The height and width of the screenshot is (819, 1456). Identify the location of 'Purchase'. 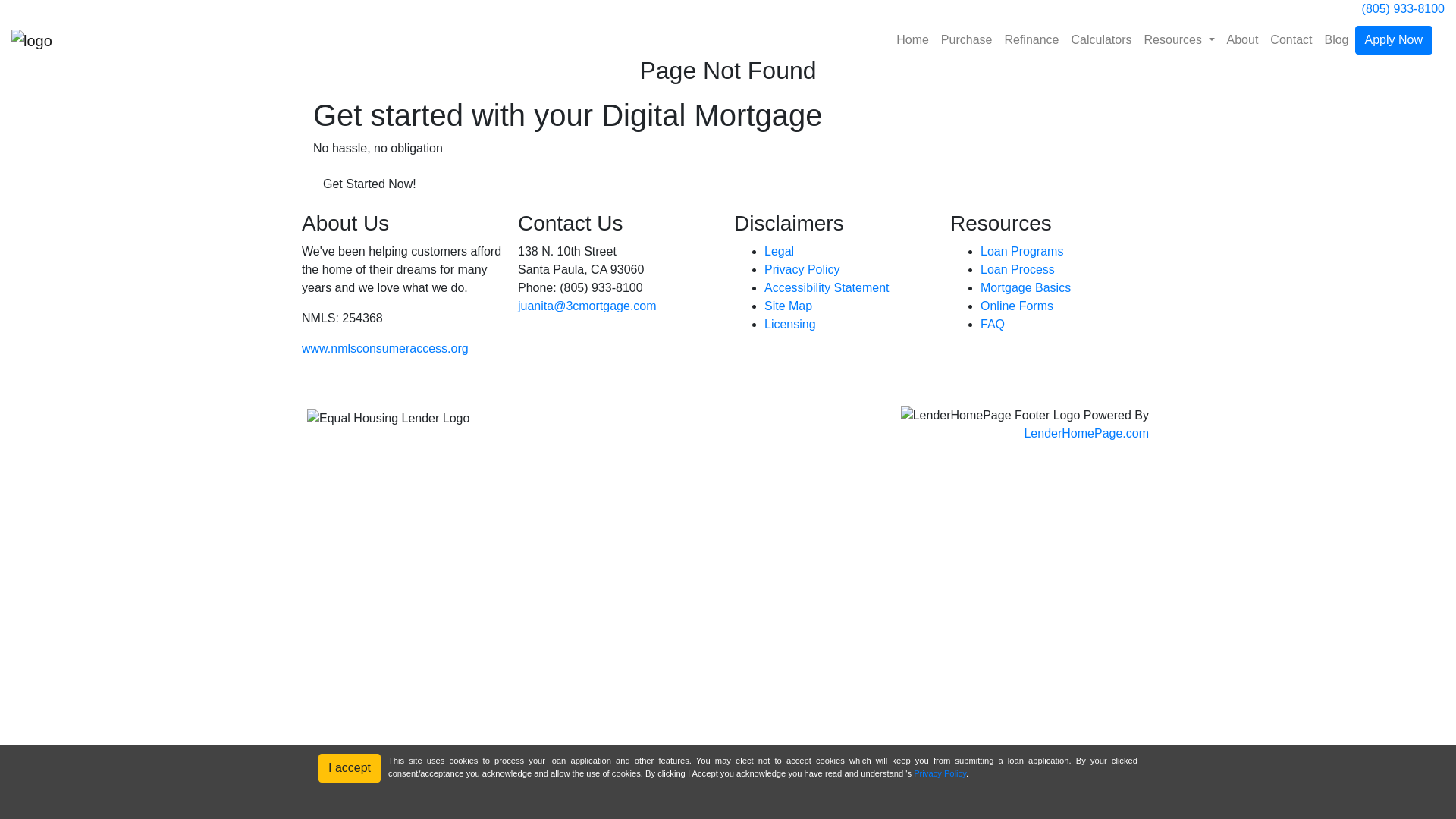
(934, 39).